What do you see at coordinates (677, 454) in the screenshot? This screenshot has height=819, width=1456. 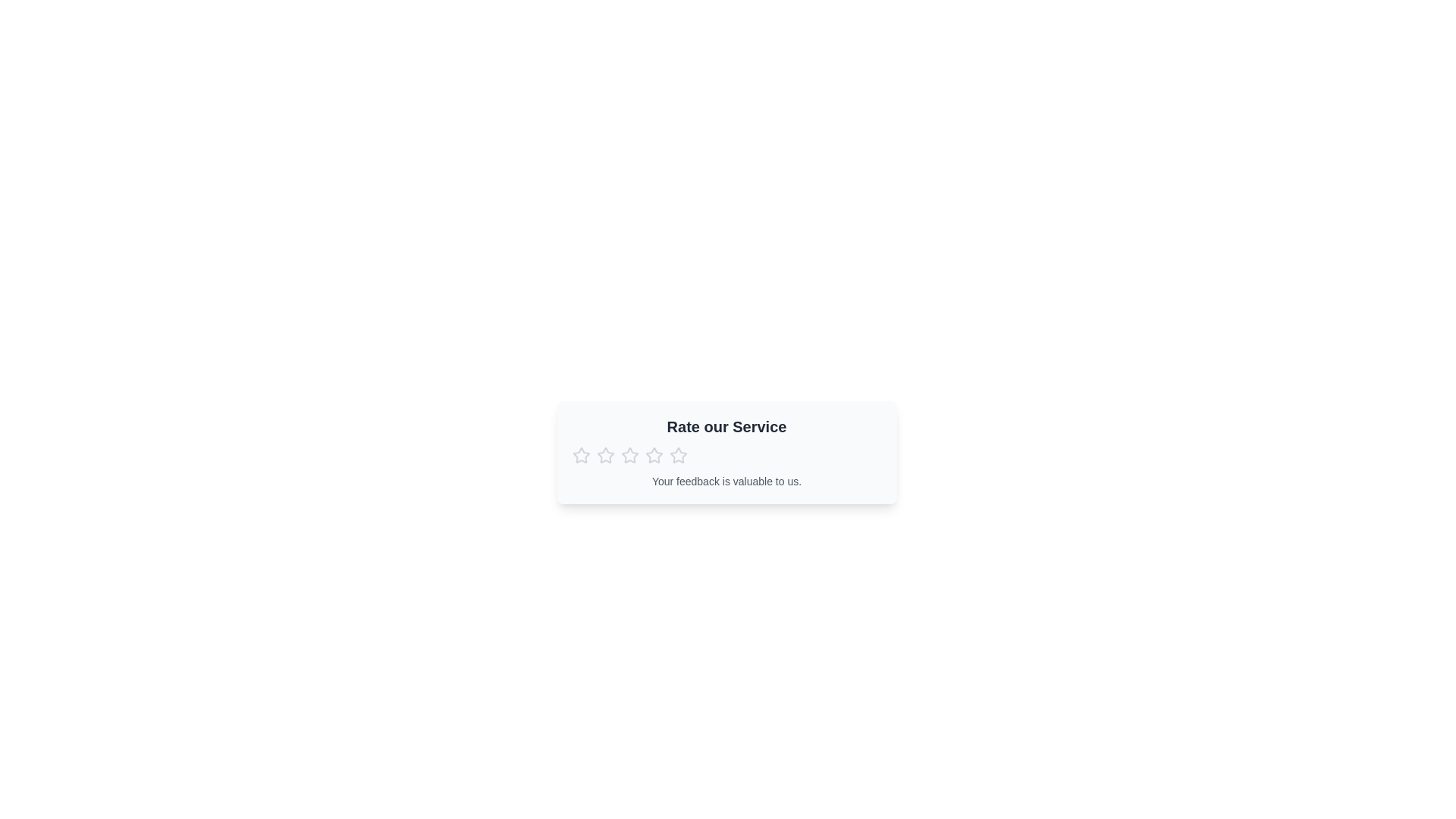 I see `the fourth star in the rating component` at bounding box center [677, 454].